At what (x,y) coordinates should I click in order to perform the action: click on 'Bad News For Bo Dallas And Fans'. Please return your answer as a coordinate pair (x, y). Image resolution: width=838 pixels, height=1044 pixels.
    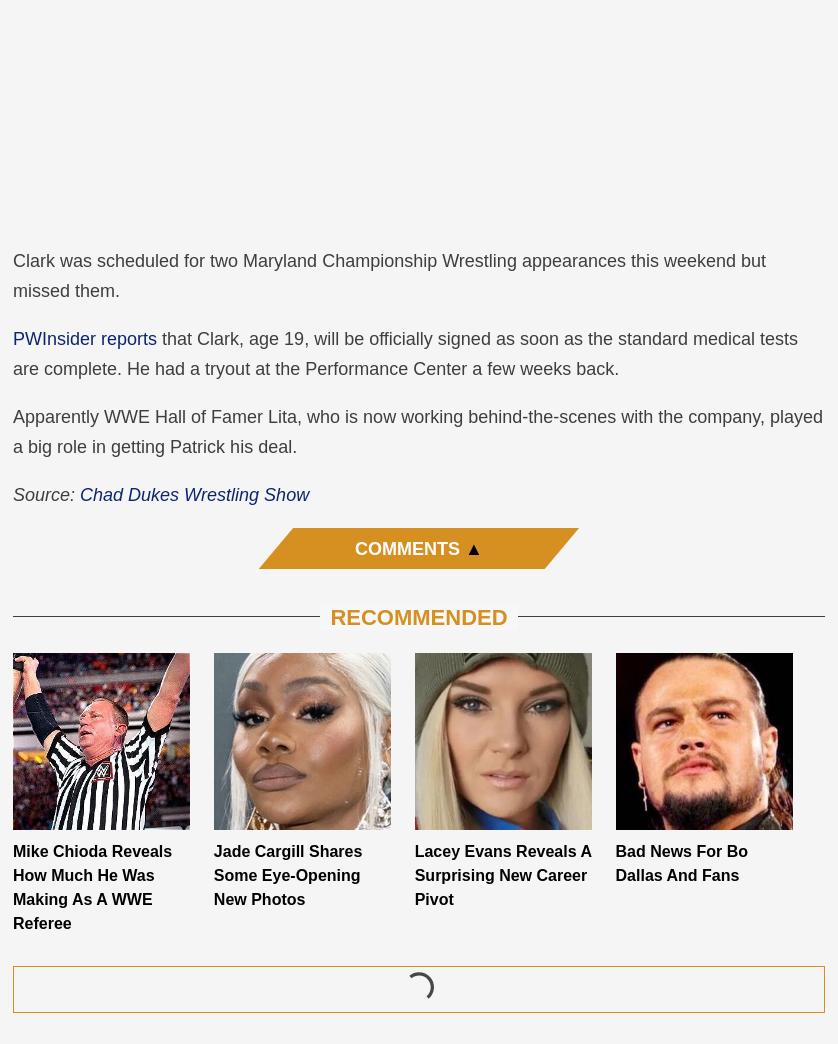
    Looking at the image, I should click on (680, 863).